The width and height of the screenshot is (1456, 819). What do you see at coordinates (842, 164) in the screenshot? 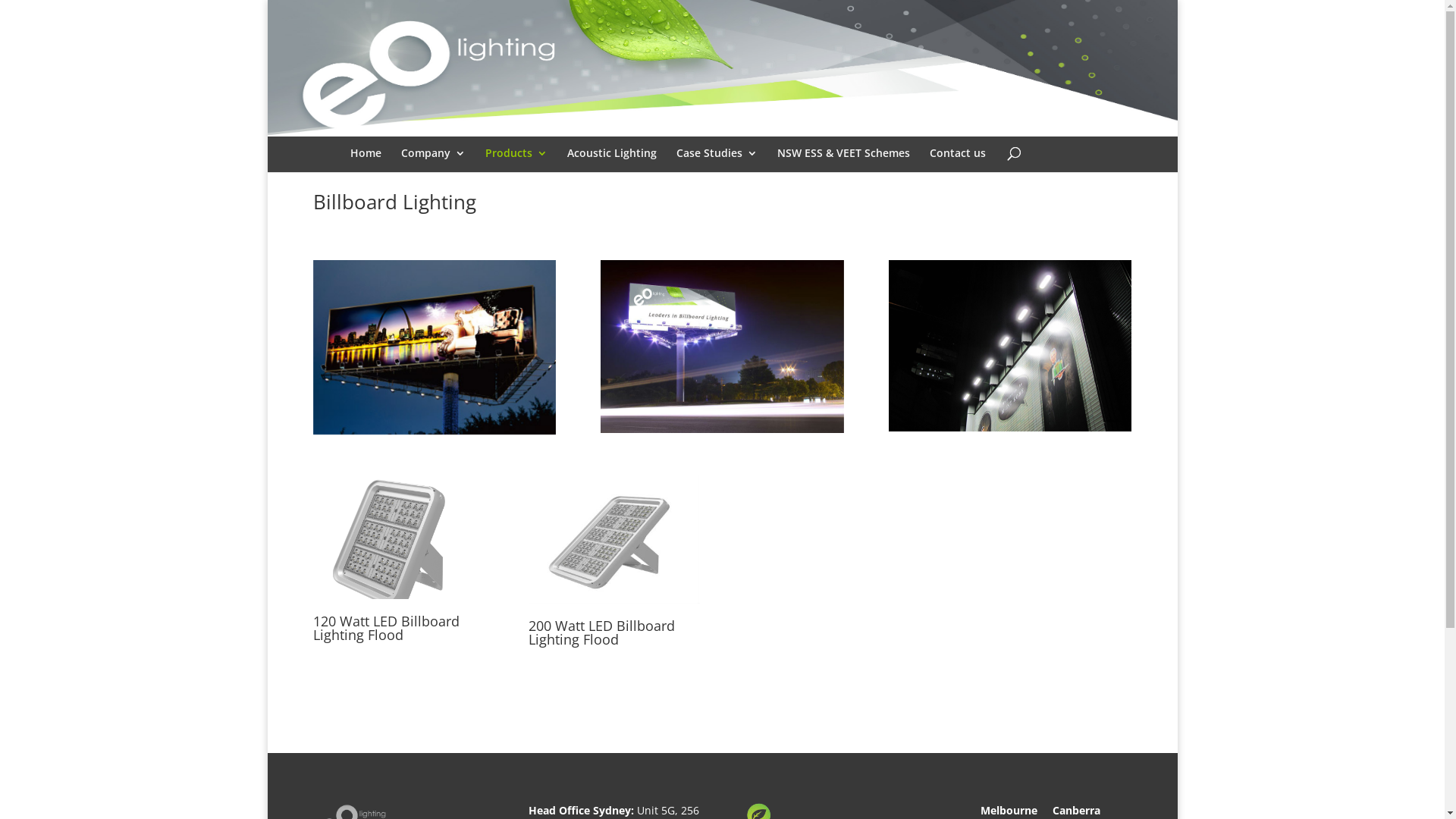
I see `'NSW ESS & VEET Schemes'` at bounding box center [842, 164].